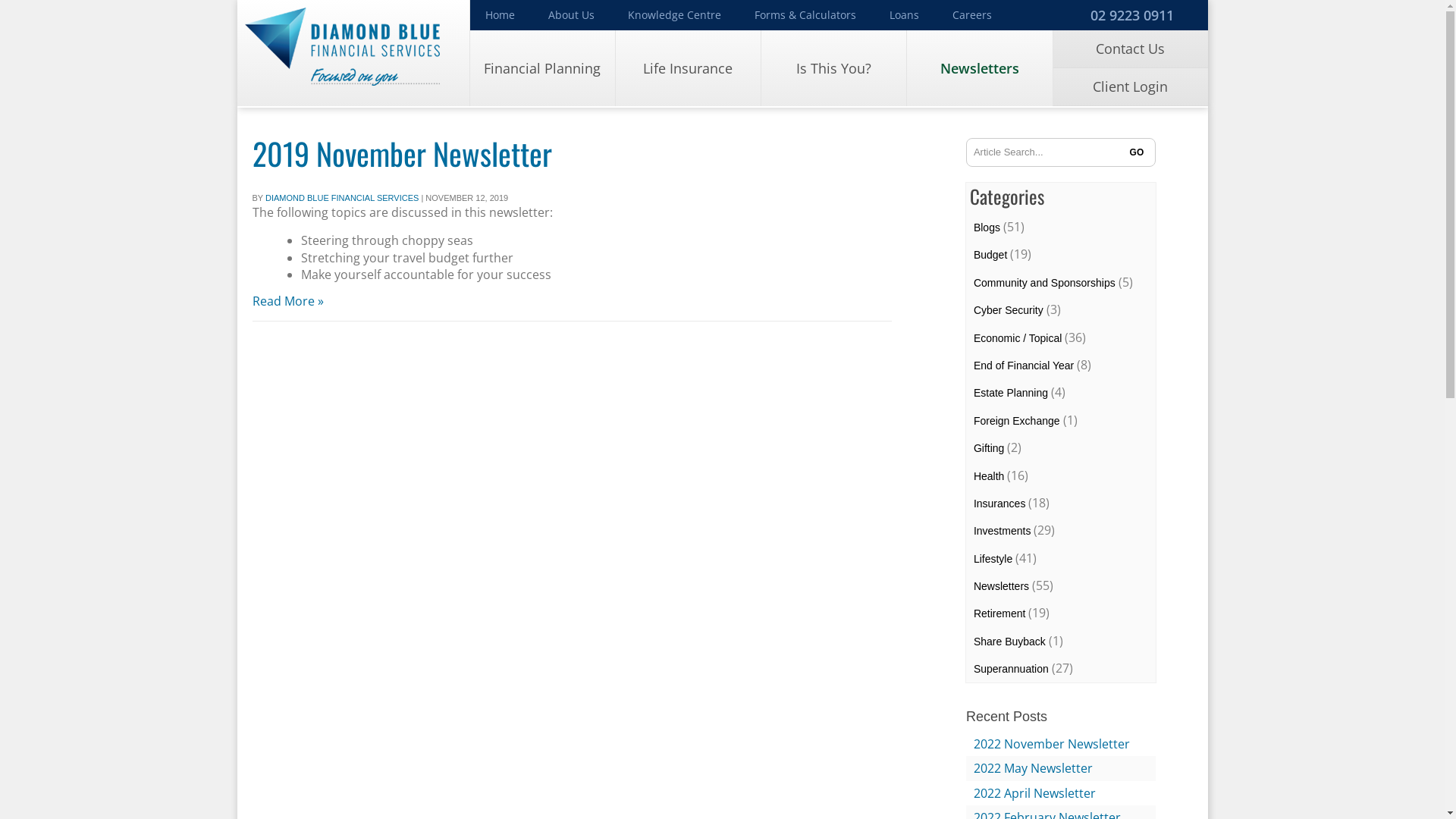 Image resolution: width=1456 pixels, height=819 pixels. Describe the element at coordinates (1016, 421) in the screenshot. I see `'Foreign Exchange'` at that location.